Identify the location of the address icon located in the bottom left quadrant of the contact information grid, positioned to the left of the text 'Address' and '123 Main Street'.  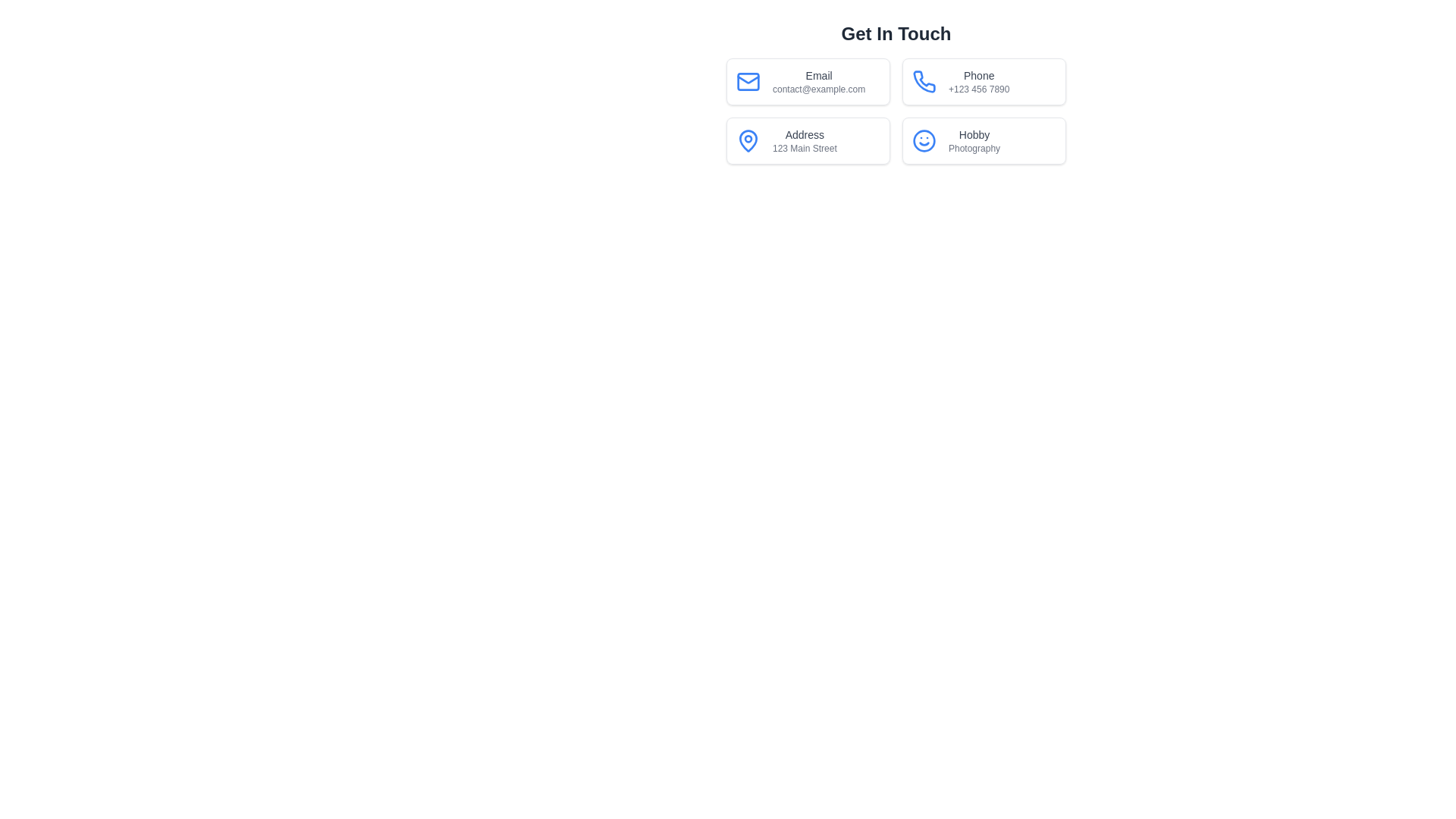
(748, 140).